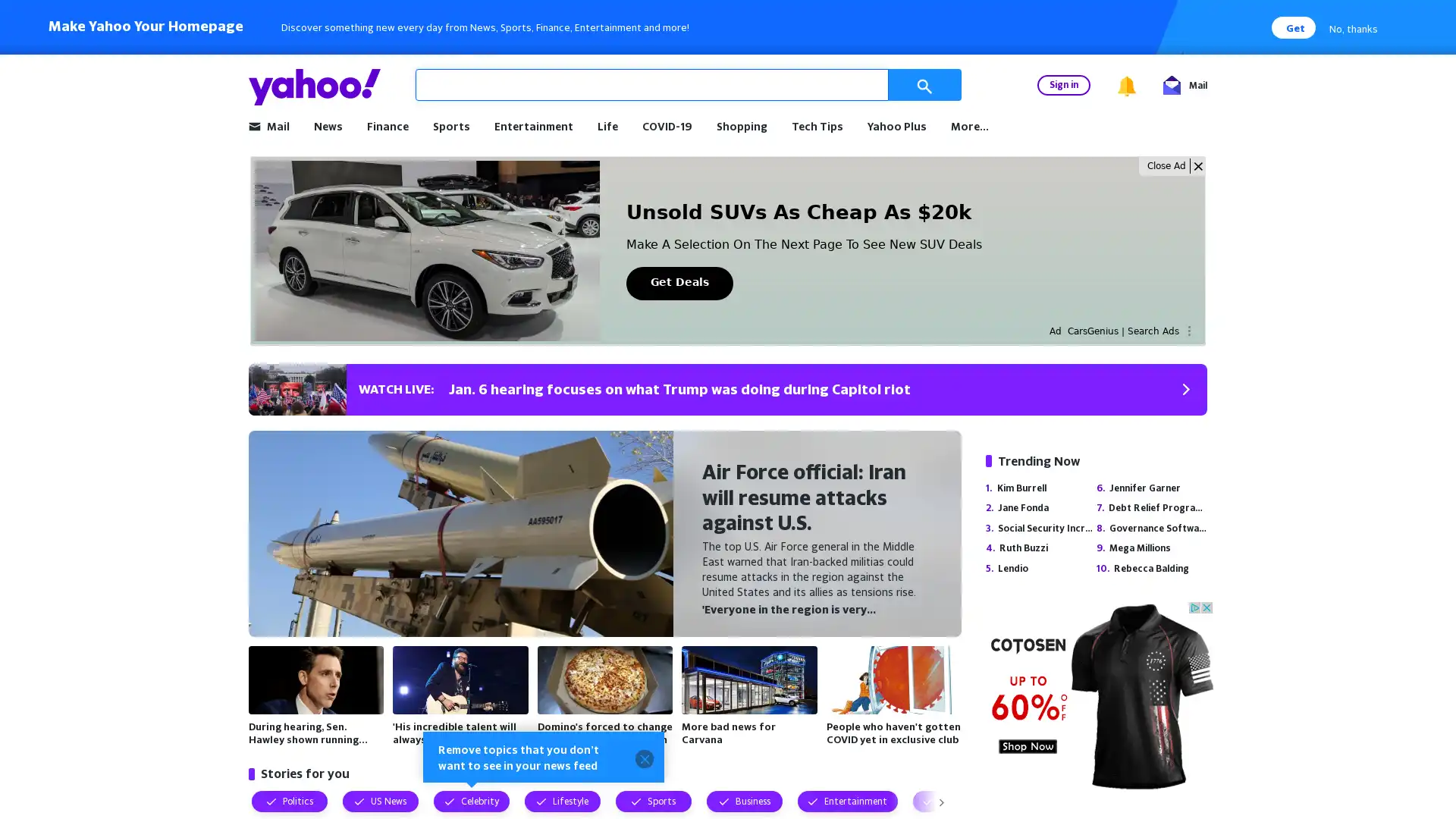 The image size is (1456, 819). What do you see at coordinates (1292, 27) in the screenshot?
I see `Get` at bounding box center [1292, 27].